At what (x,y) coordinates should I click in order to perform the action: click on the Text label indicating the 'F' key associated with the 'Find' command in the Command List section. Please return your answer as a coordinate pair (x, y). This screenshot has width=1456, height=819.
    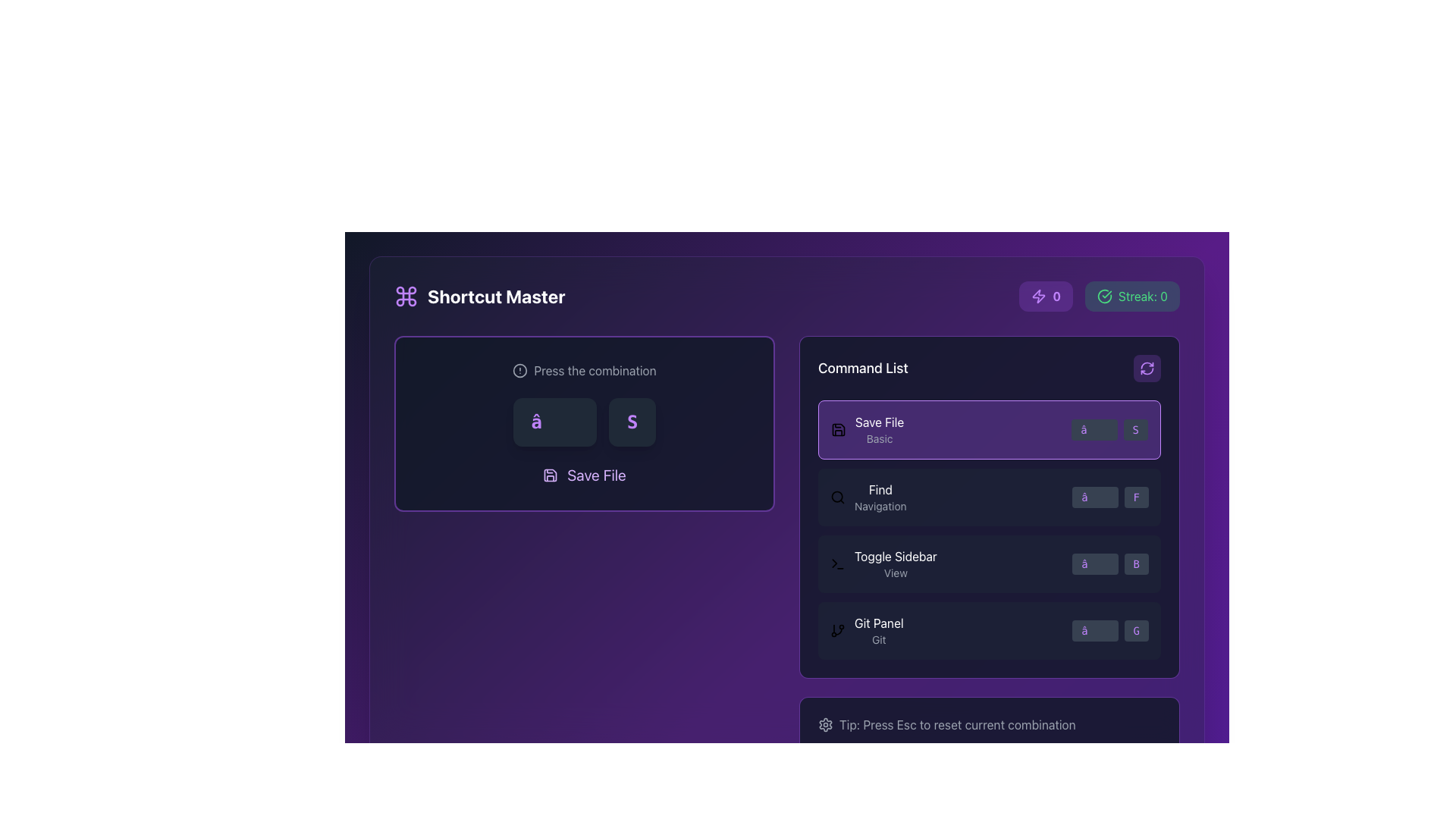
    Looking at the image, I should click on (1136, 497).